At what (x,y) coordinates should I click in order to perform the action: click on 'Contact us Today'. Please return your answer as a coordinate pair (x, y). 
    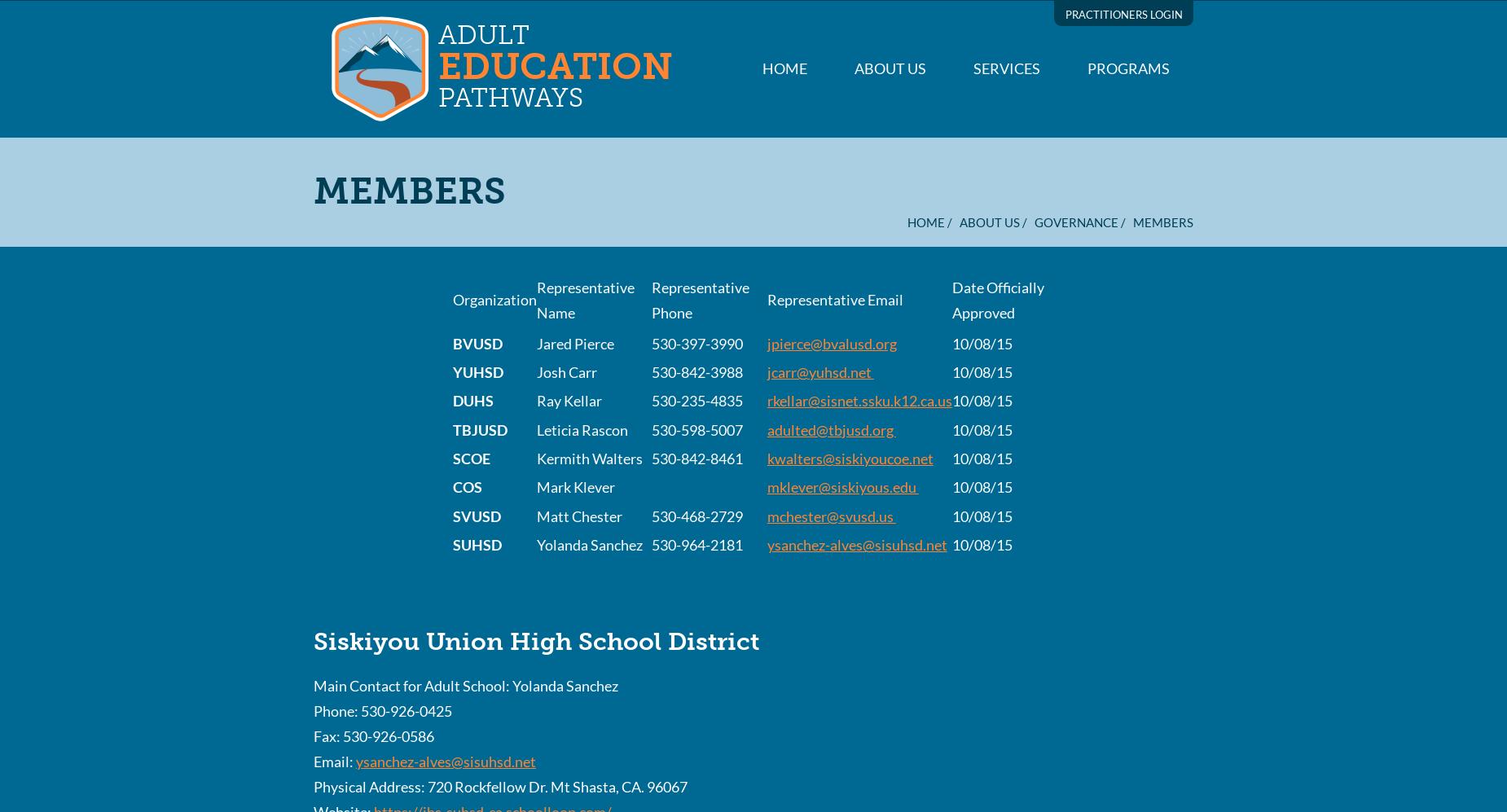
    Looking at the image, I should click on (937, 533).